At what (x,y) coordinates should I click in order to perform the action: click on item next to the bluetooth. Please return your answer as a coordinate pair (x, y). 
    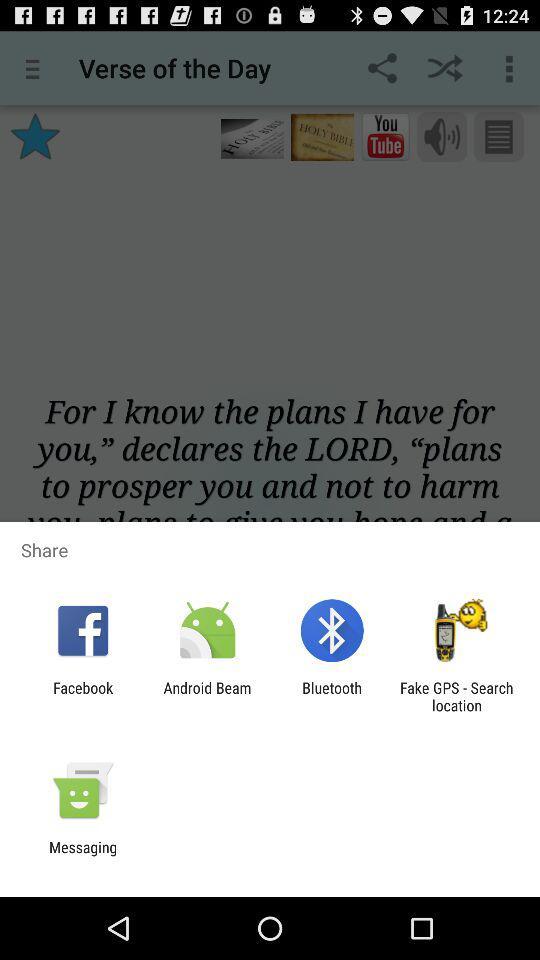
    Looking at the image, I should click on (206, 696).